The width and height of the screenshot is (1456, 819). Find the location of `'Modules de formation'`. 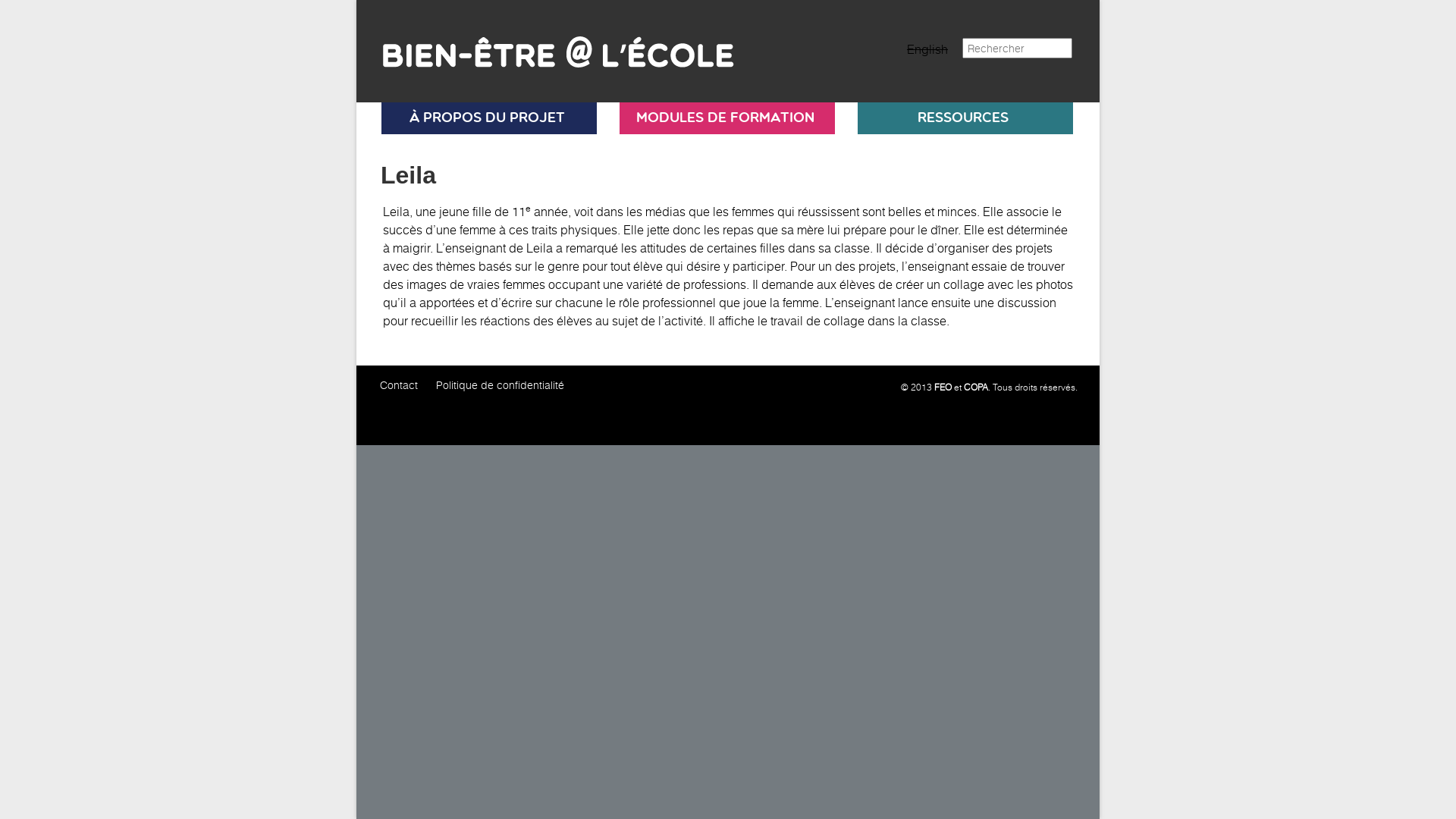

'Modules de formation' is located at coordinates (723, 117).